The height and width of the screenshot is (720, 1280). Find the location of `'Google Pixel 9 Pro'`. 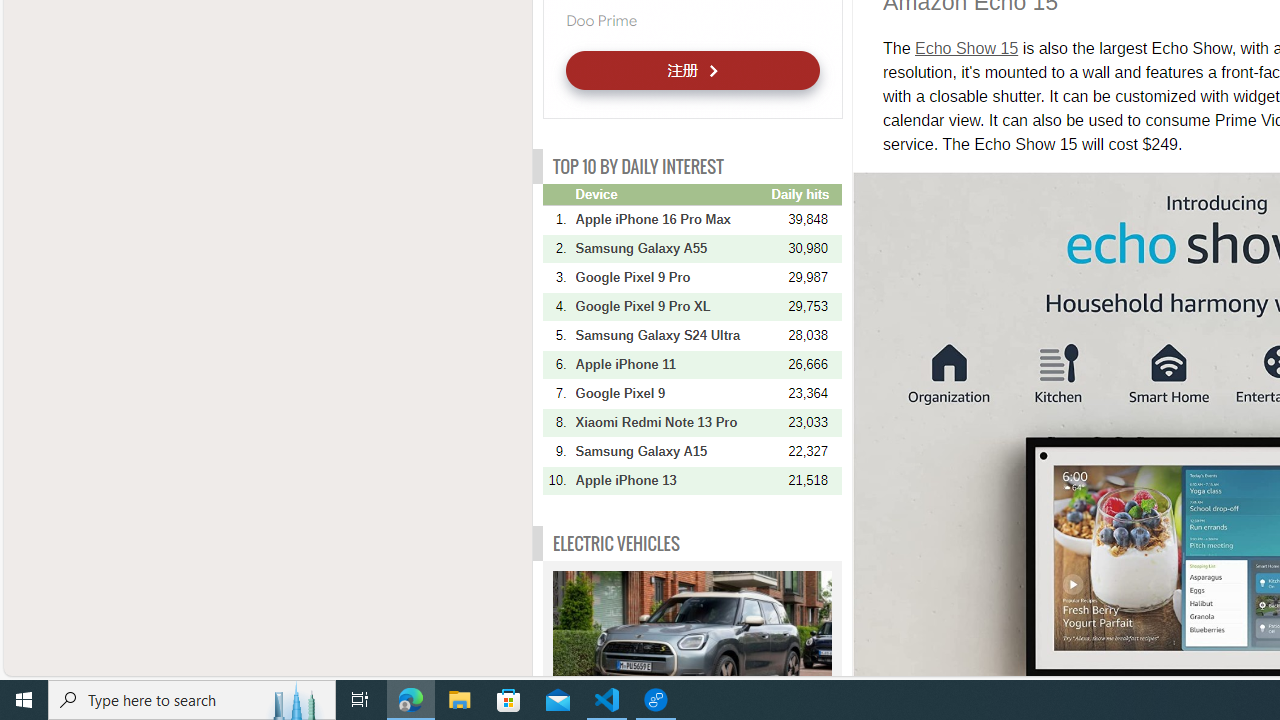

'Google Pixel 9 Pro' is located at coordinates (671, 277).